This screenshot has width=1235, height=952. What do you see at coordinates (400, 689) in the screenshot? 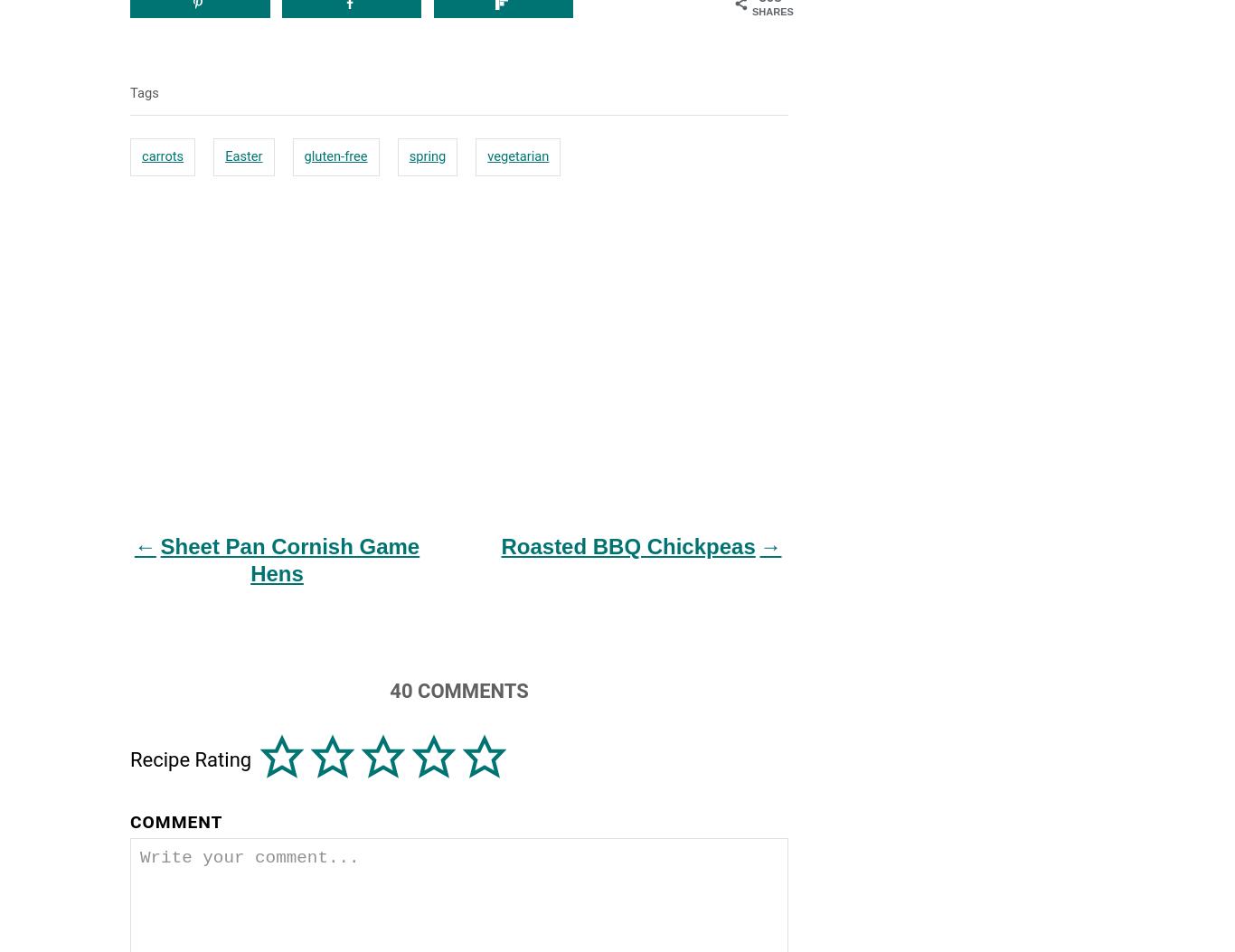
I see `'40'` at bounding box center [400, 689].